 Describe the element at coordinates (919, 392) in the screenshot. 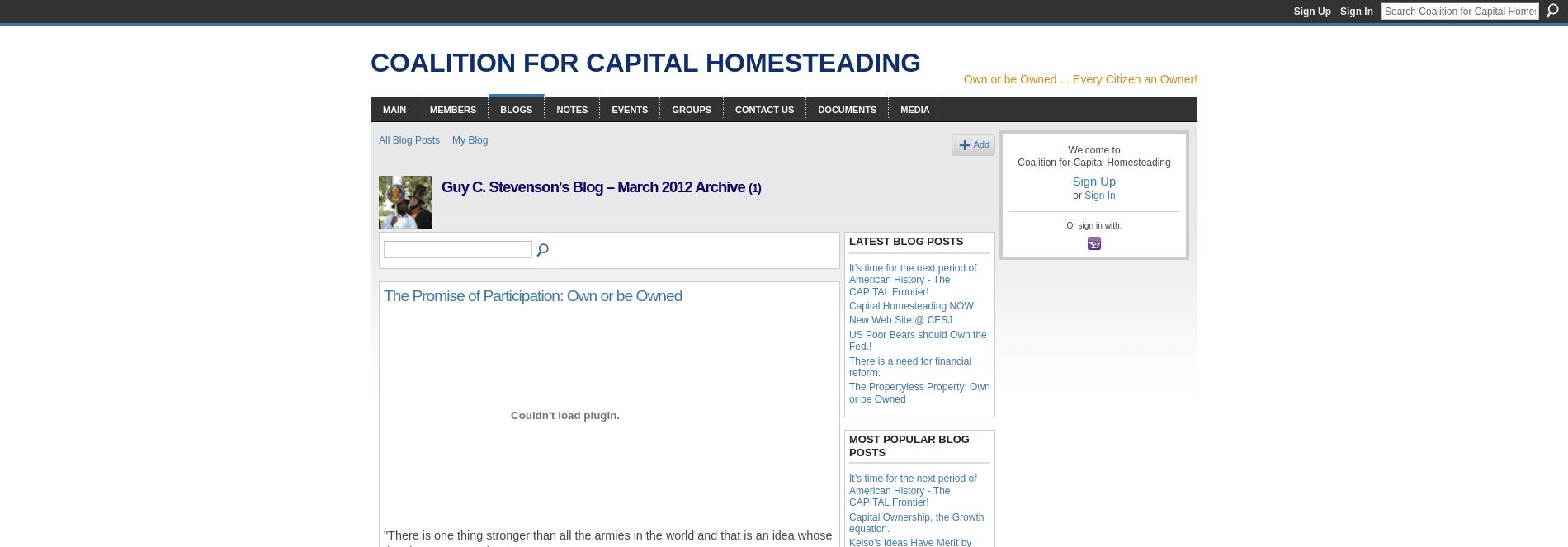

I see `'The Propertyless Property; Own or be Owned'` at that location.